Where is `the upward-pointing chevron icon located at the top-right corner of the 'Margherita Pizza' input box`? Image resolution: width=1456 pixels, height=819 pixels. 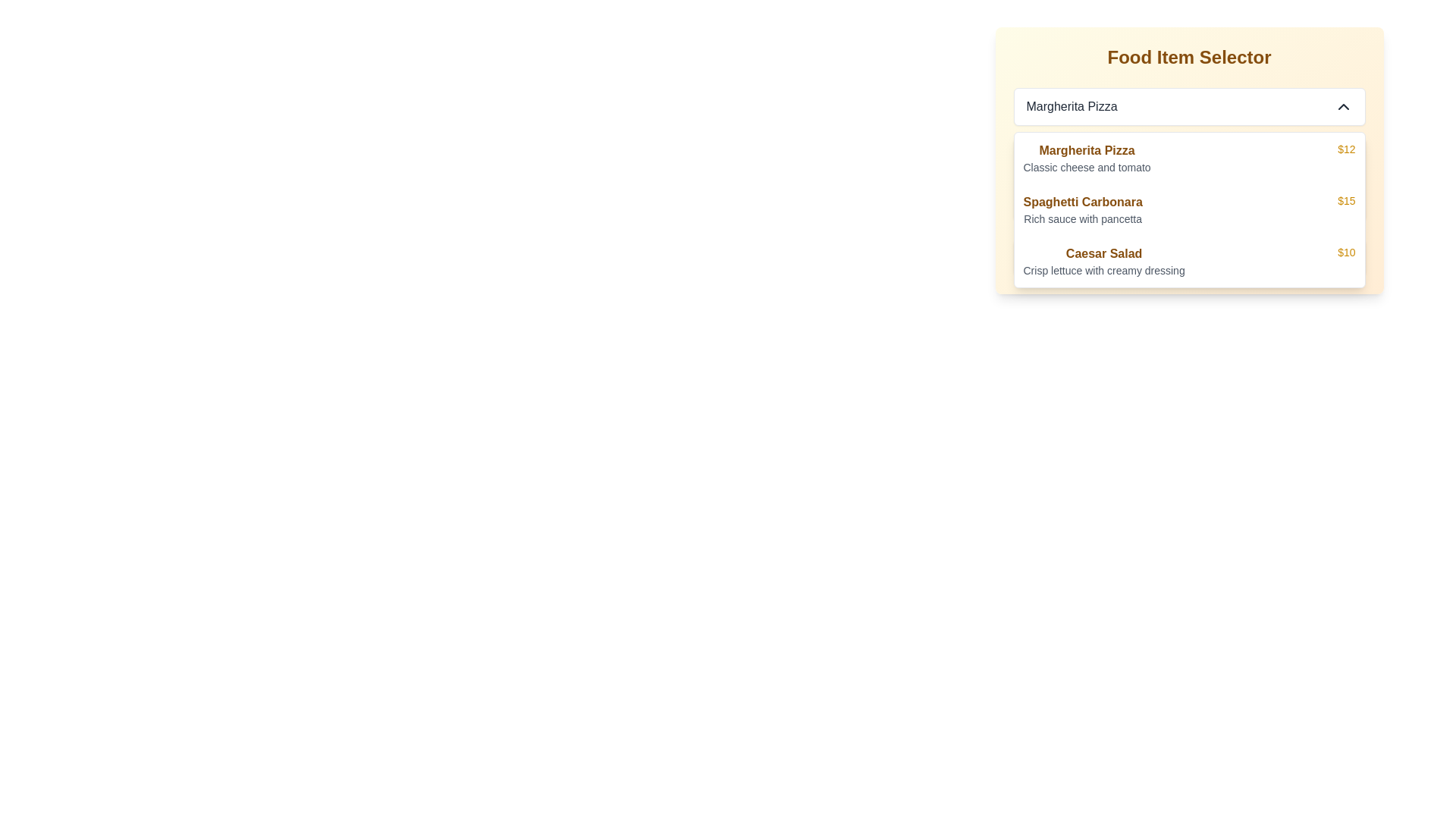 the upward-pointing chevron icon located at the top-right corner of the 'Margherita Pizza' input box is located at coordinates (1343, 106).